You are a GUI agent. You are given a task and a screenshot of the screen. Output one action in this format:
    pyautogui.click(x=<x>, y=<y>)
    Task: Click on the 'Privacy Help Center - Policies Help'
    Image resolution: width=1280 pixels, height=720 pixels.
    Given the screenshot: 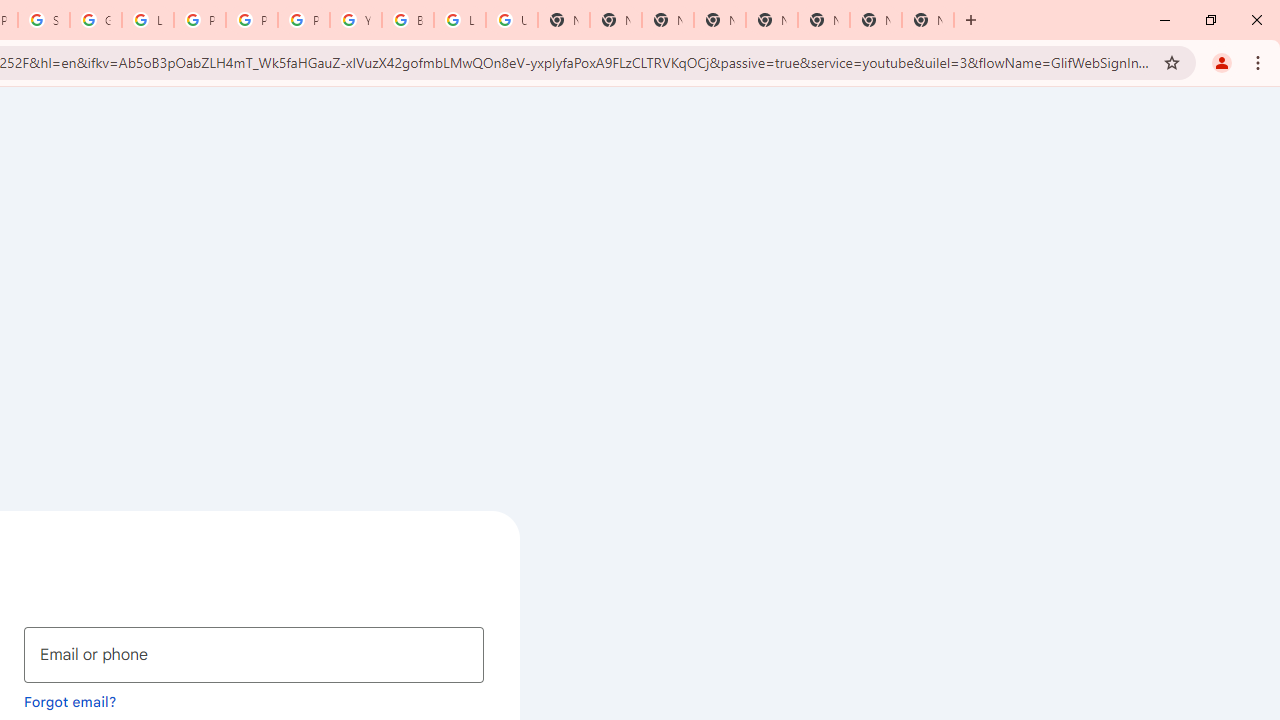 What is the action you would take?
    pyautogui.click(x=251, y=20)
    